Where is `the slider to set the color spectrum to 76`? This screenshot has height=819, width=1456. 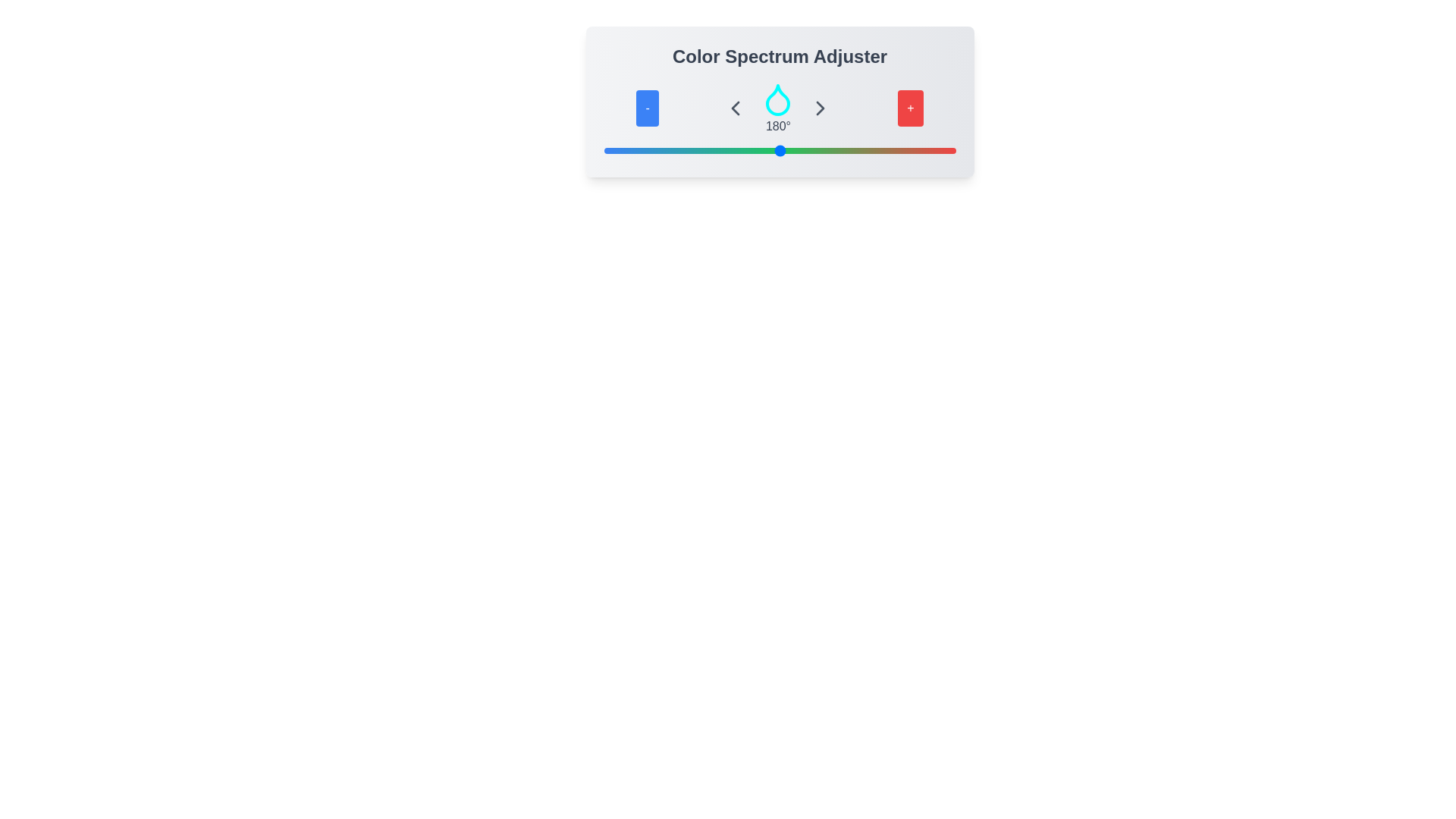 the slider to set the color spectrum to 76 is located at coordinates (677, 151).